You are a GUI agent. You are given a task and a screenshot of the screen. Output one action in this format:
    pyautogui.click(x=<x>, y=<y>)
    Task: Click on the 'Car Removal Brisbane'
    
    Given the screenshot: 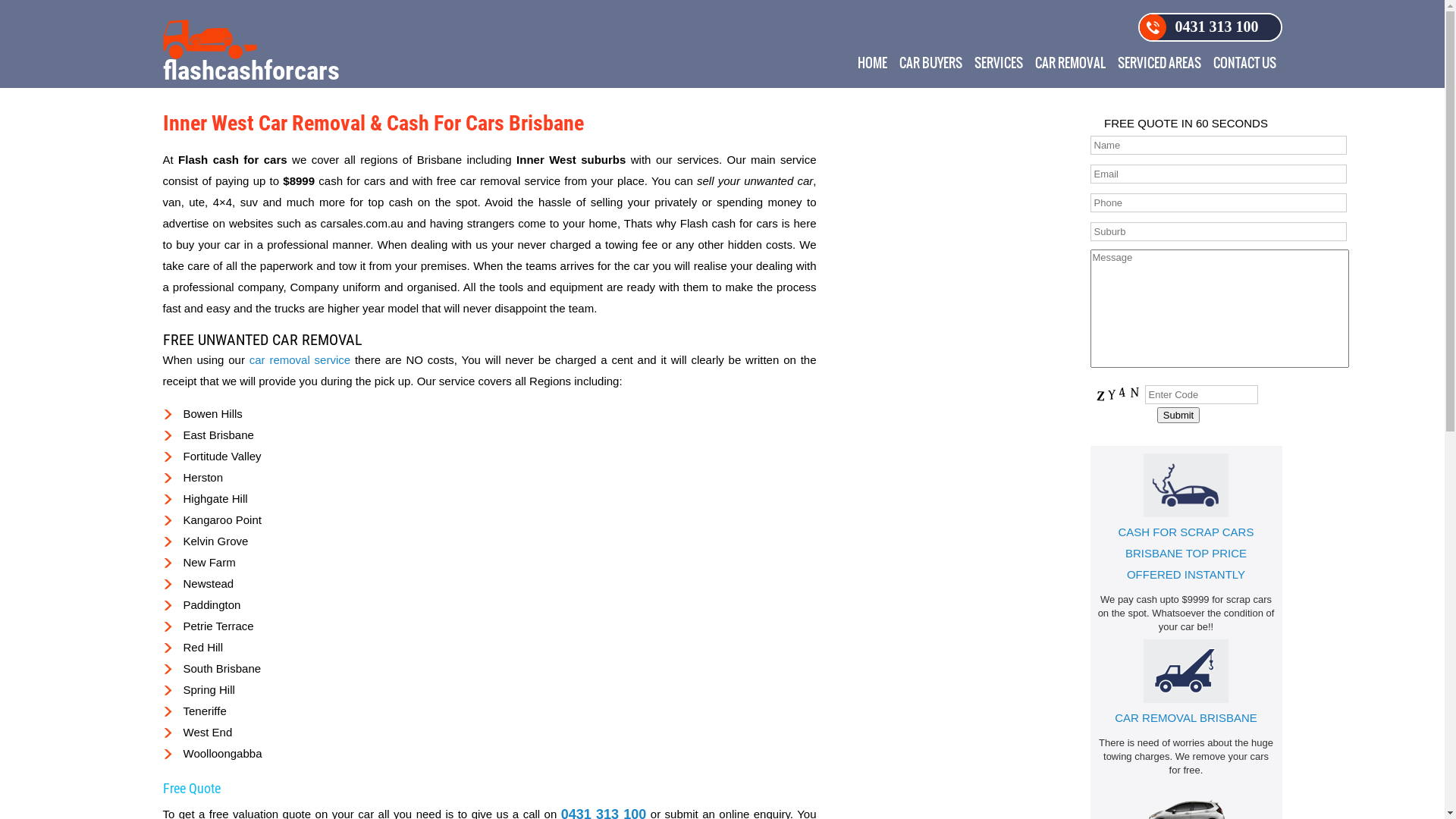 What is the action you would take?
    pyautogui.click(x=1185, y=670)
    